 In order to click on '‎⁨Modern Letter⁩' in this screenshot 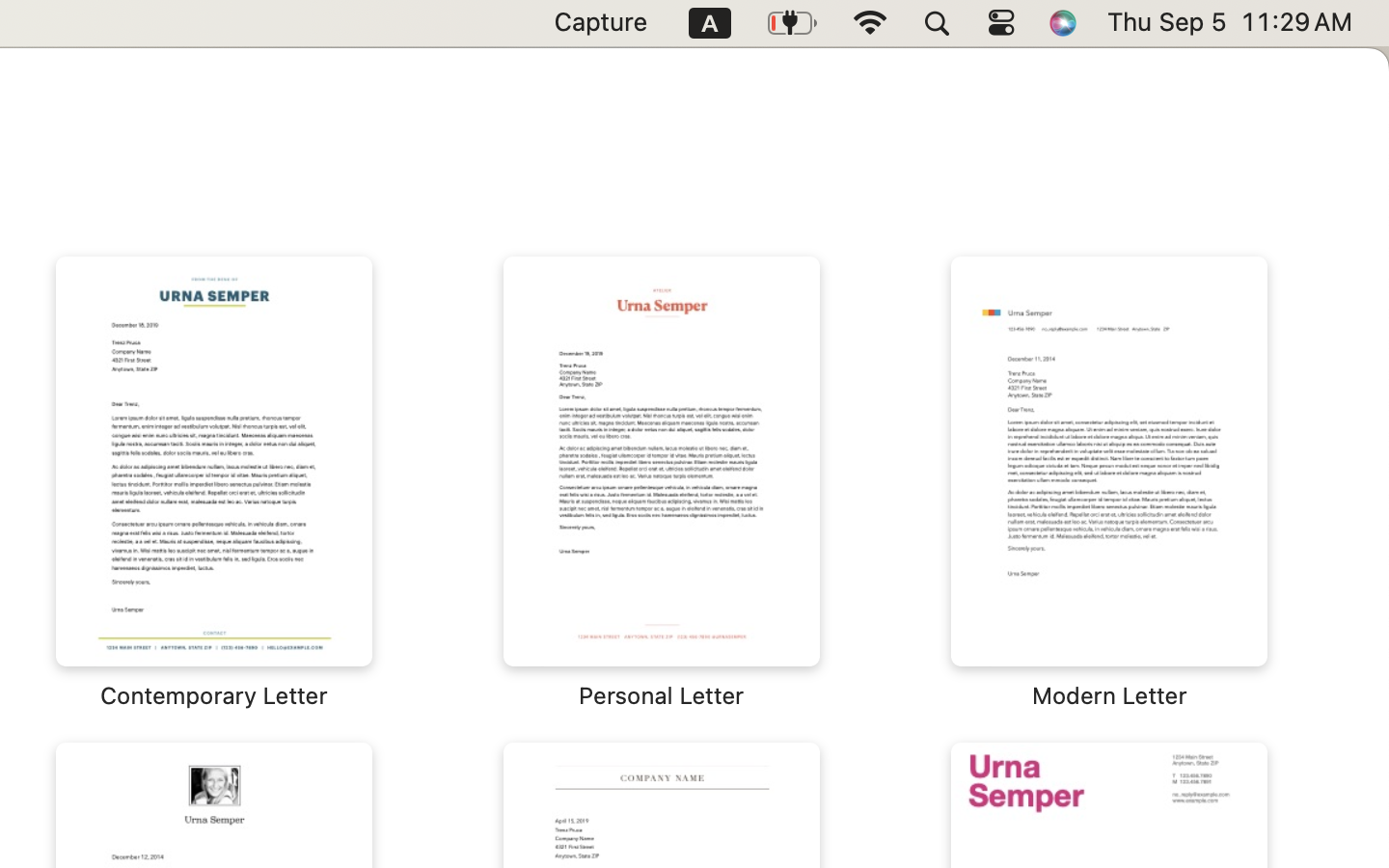, I will do `click(1108, 482)`.